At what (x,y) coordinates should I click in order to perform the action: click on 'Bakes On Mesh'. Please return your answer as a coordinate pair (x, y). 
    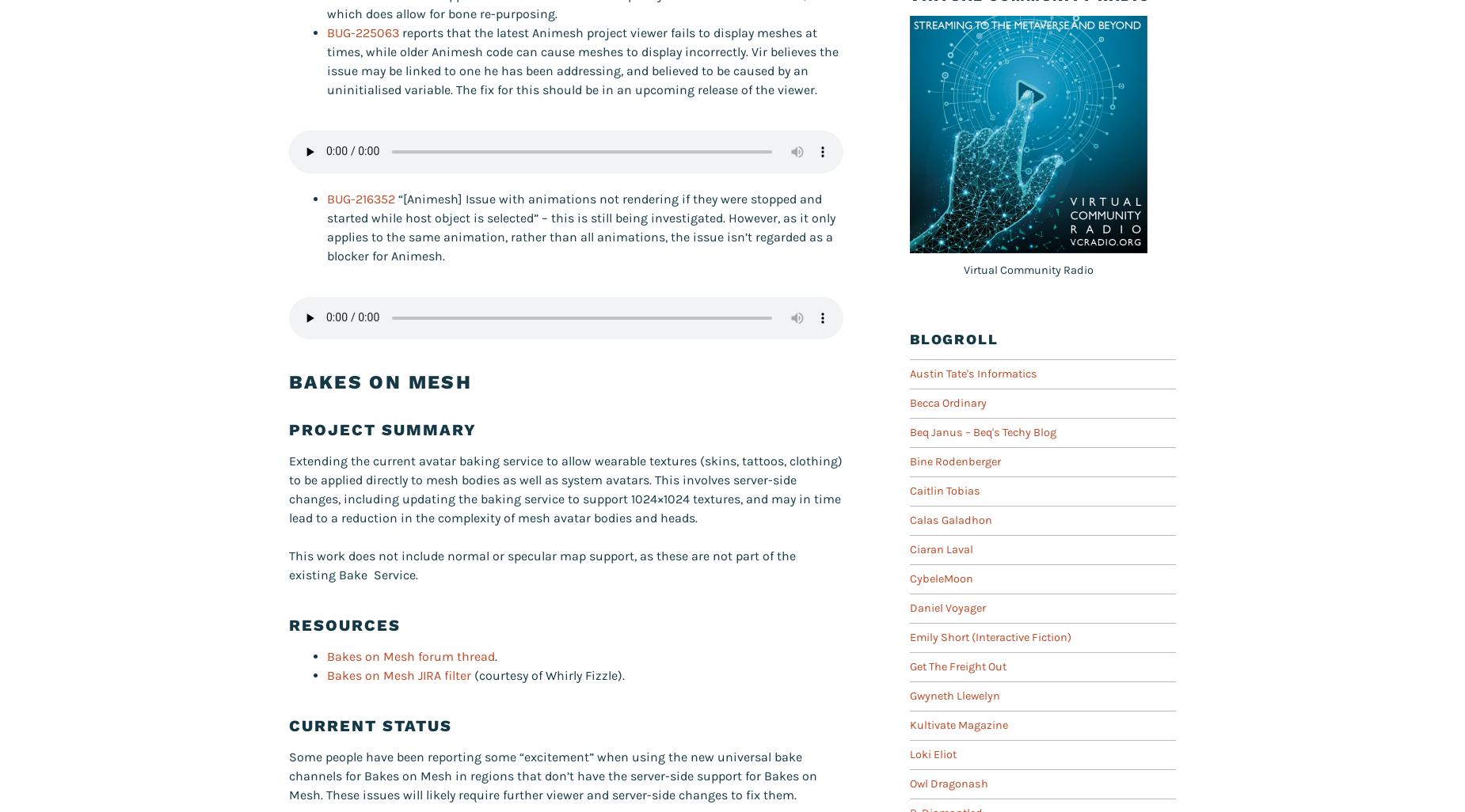
    Looking at the image, I should click on (380, 381).